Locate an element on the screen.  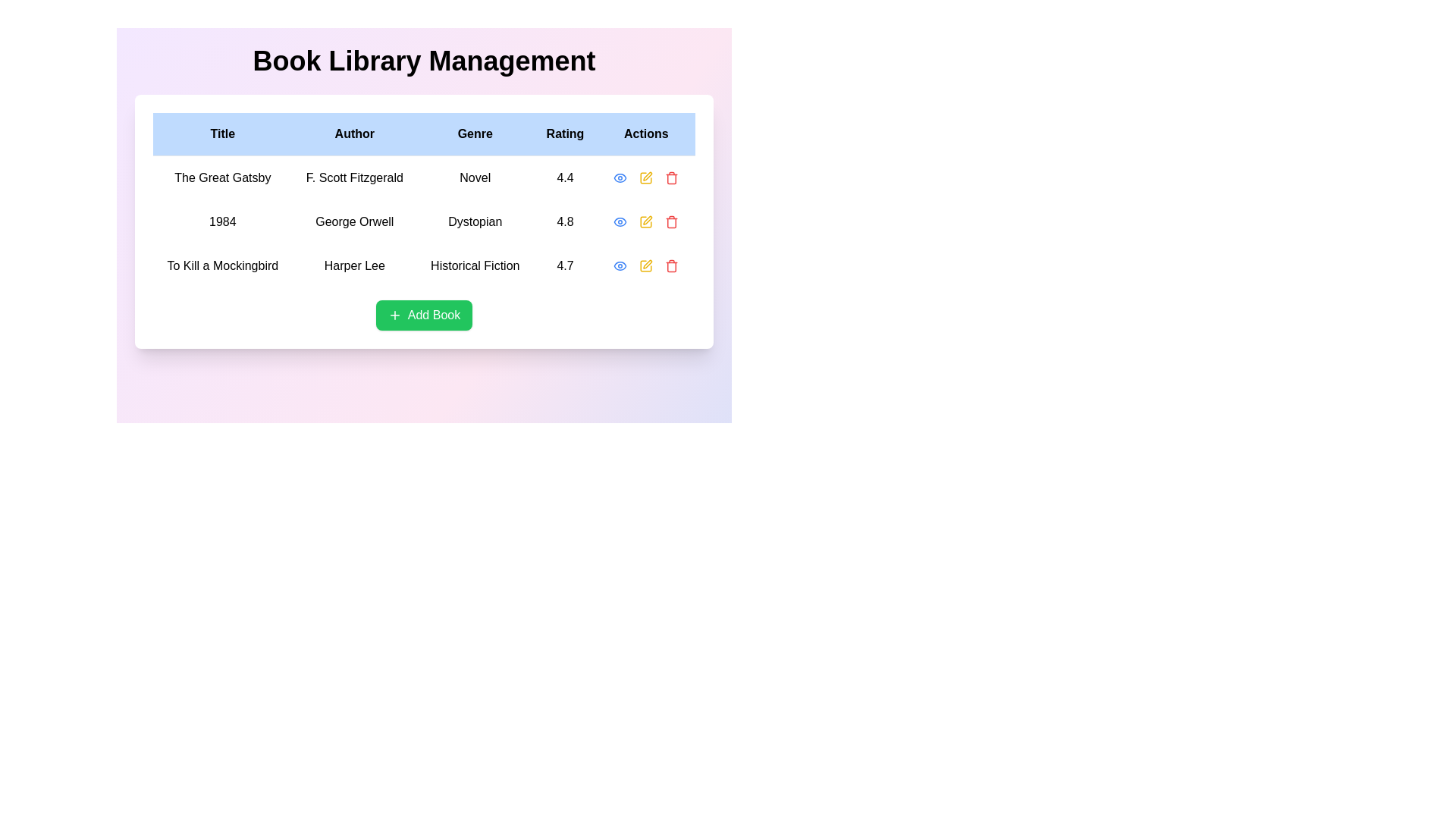
the green rectangular button with rounded corners labeled 'Add Book' located at the bottom center of the card is located at coordinates (424, 315).